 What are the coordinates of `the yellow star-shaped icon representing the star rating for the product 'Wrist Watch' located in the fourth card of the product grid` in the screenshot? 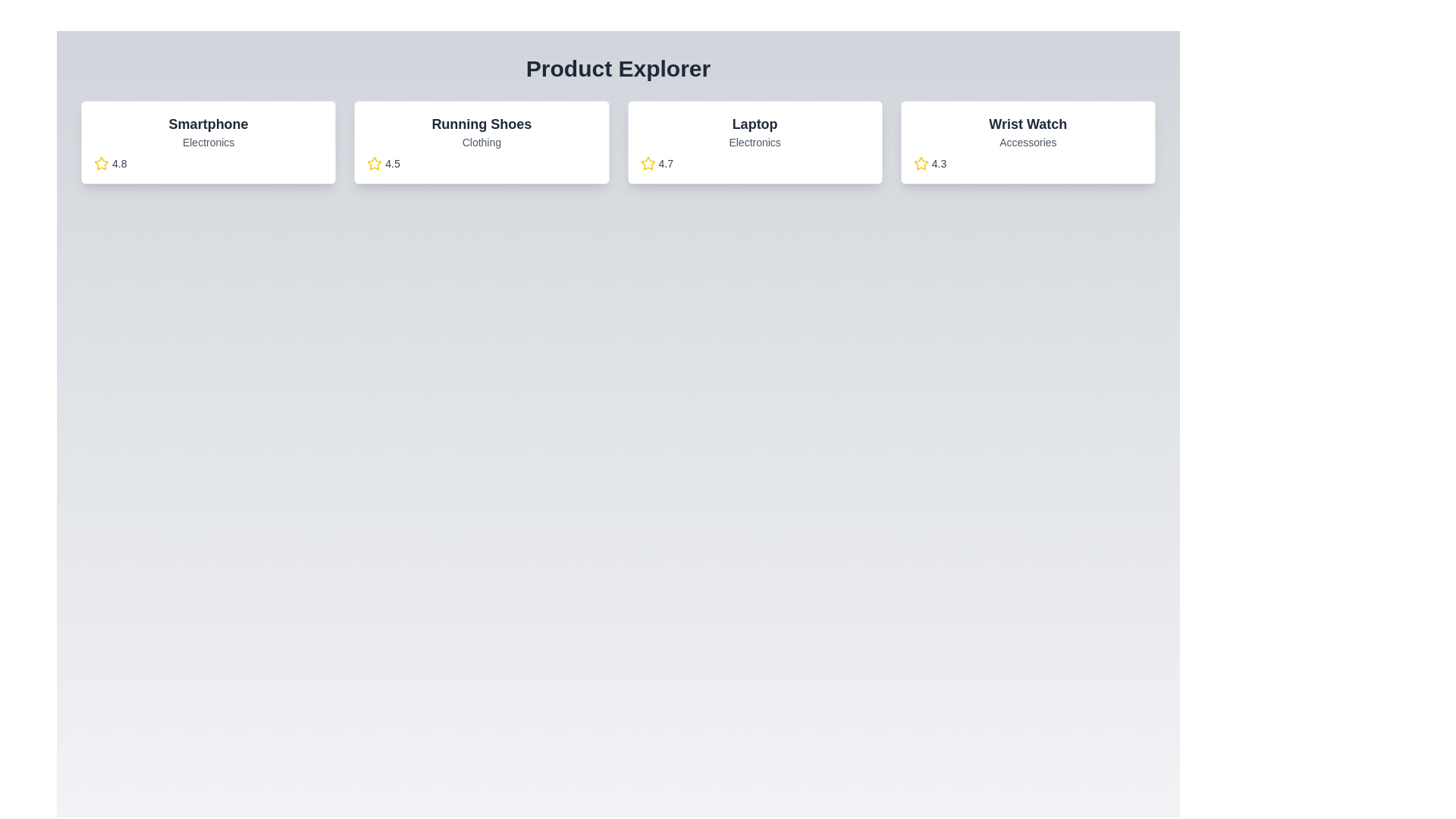 It's located at (920, 164).